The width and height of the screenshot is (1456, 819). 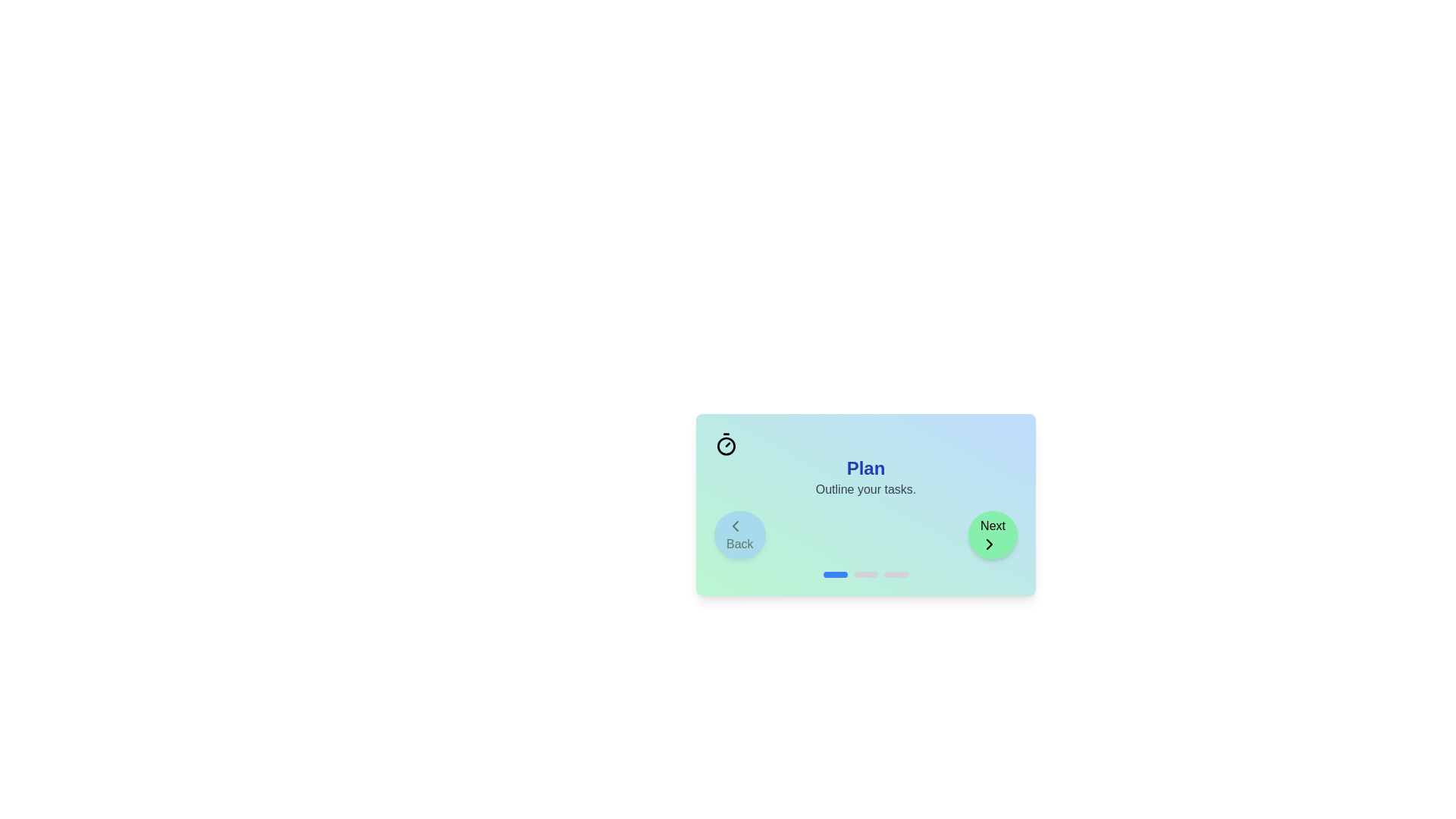 What do you see at coordinates (835, 575) in the screenshot?
I see `the stage indicator corresponding to Plan` at bounding box center [835, 575].